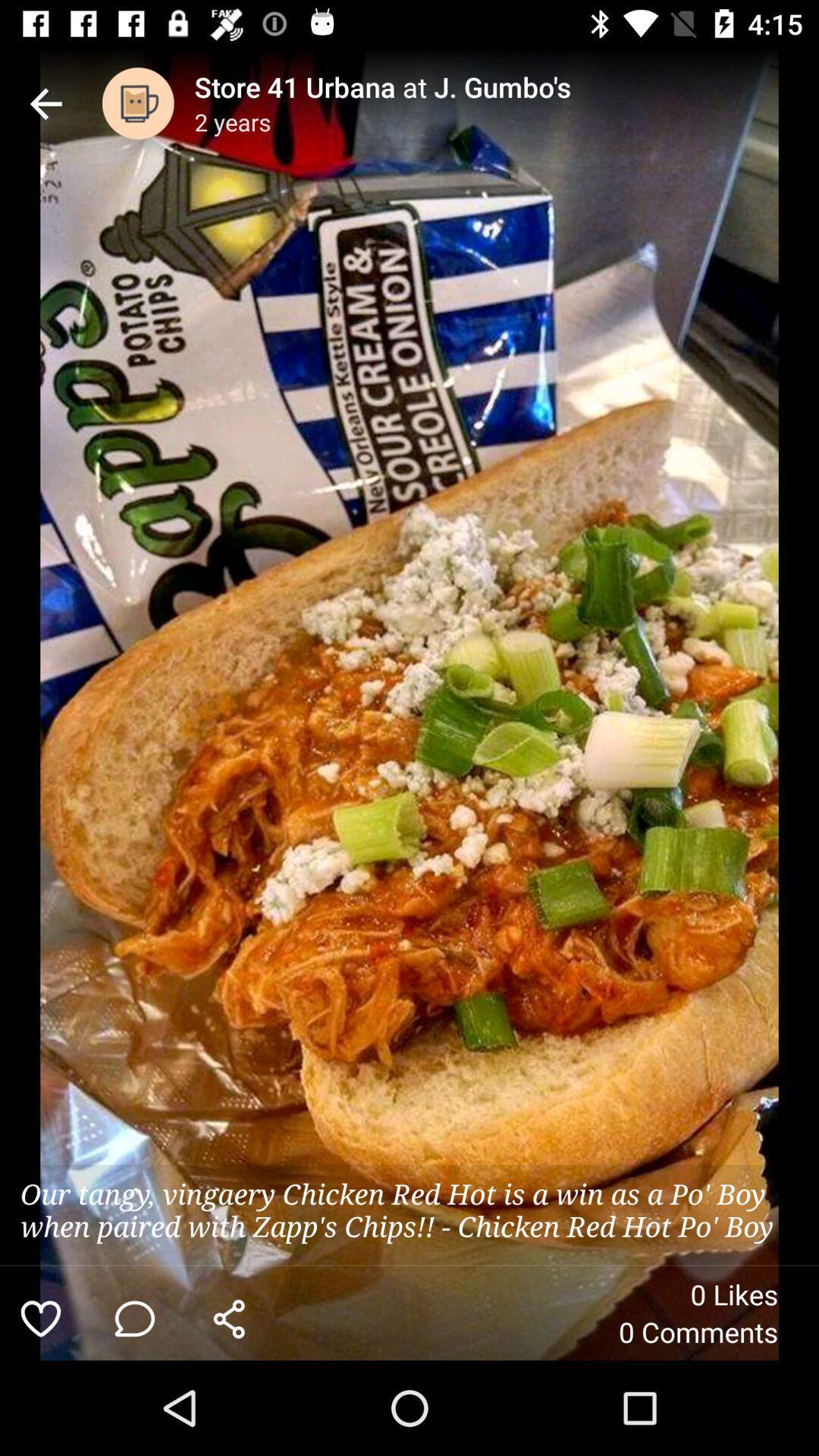 This screenshot has width=819, height=1456. What do you see at coordinates (45, 102) in the screenshot?
I see `the arrow_backward icon` at bounding box center [45, 102].